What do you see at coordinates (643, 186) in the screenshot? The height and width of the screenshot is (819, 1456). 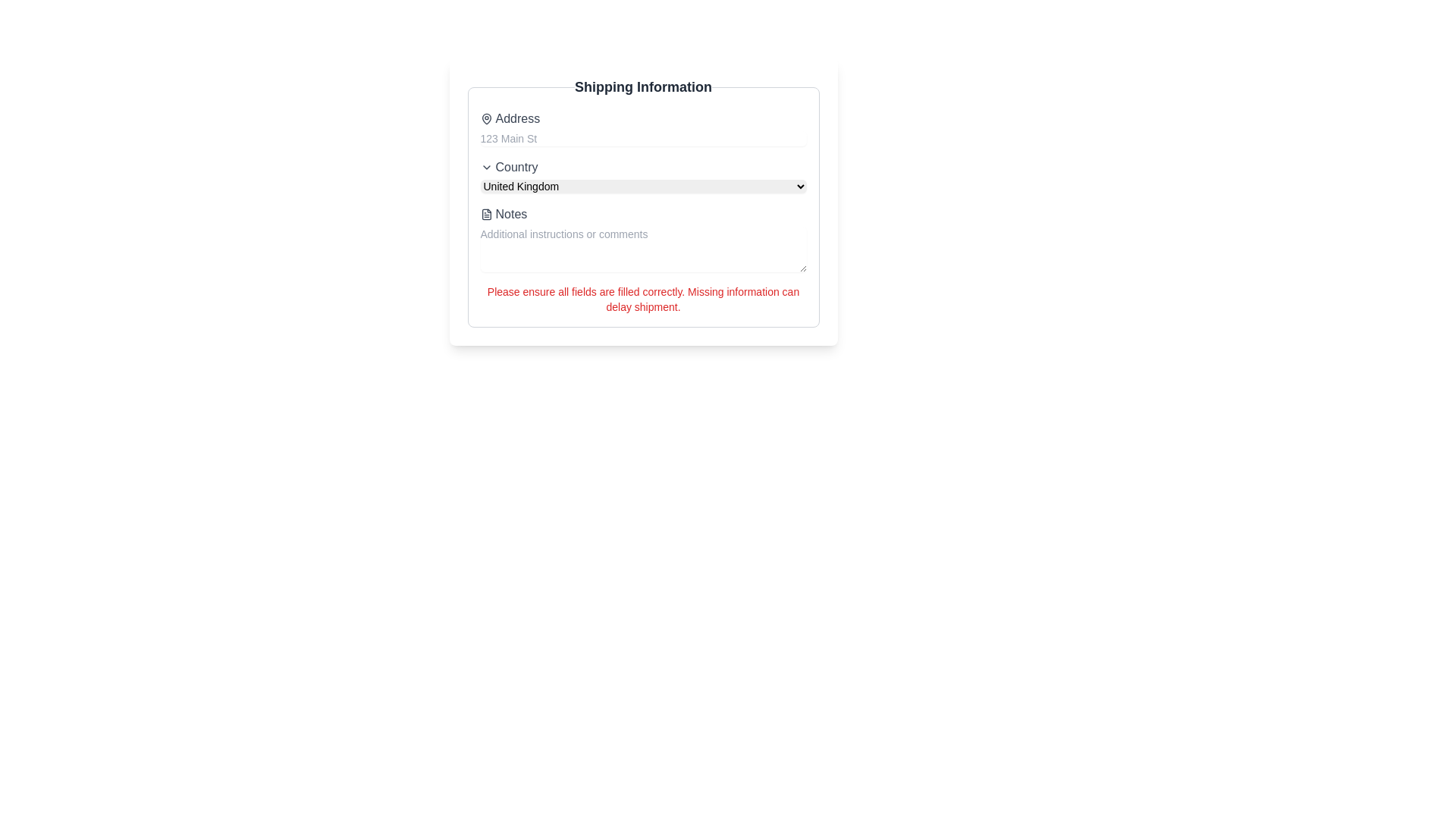 I see `the 'Country' dropdown menu in the 'Shipping Information' section by tabbing through the interactive elements` at bounding box center [643, 186].